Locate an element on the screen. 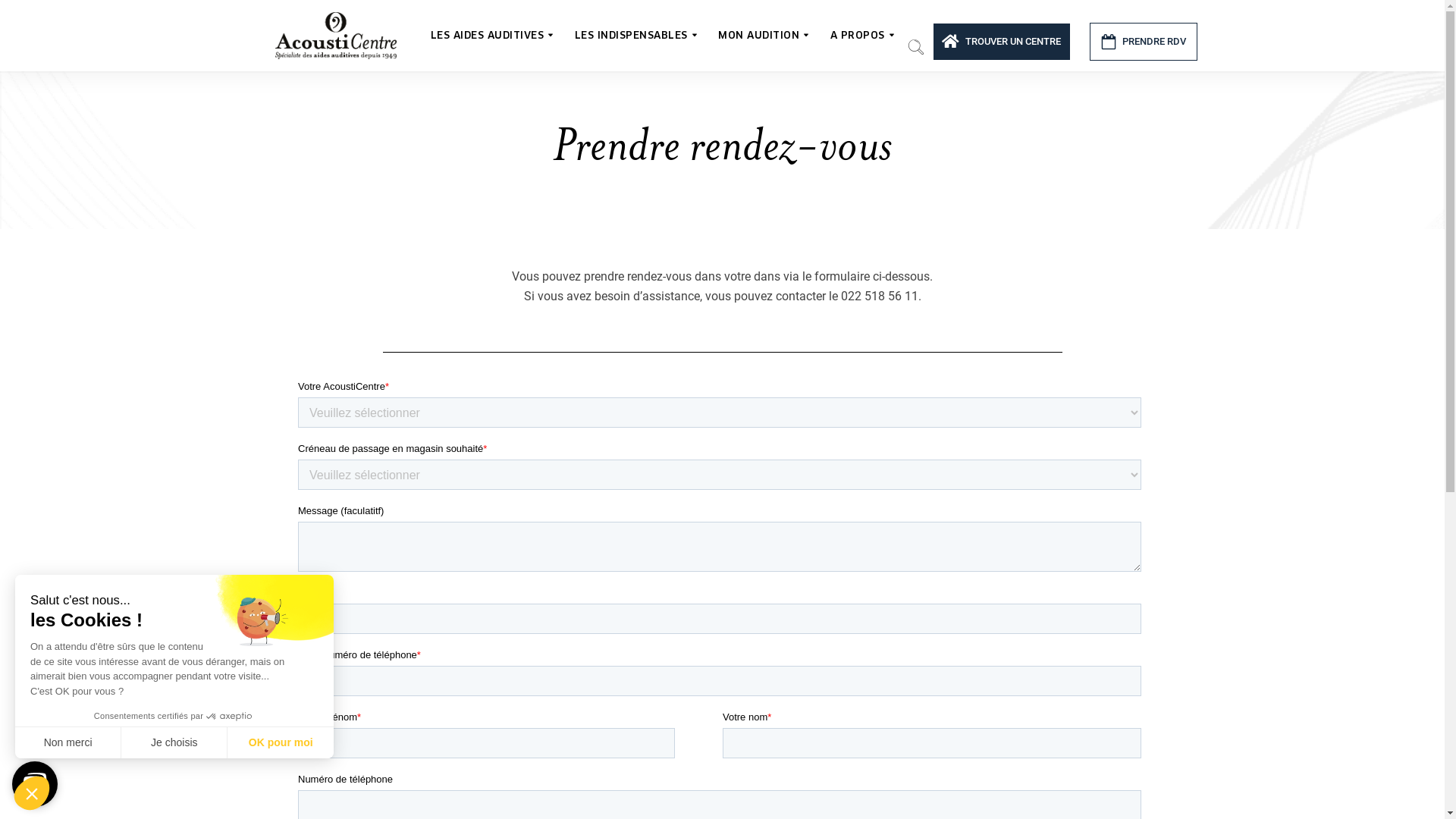 The width and height of the screenshot is (1456, 819). 'A PROPOS' is located at coordinates (861, 34).